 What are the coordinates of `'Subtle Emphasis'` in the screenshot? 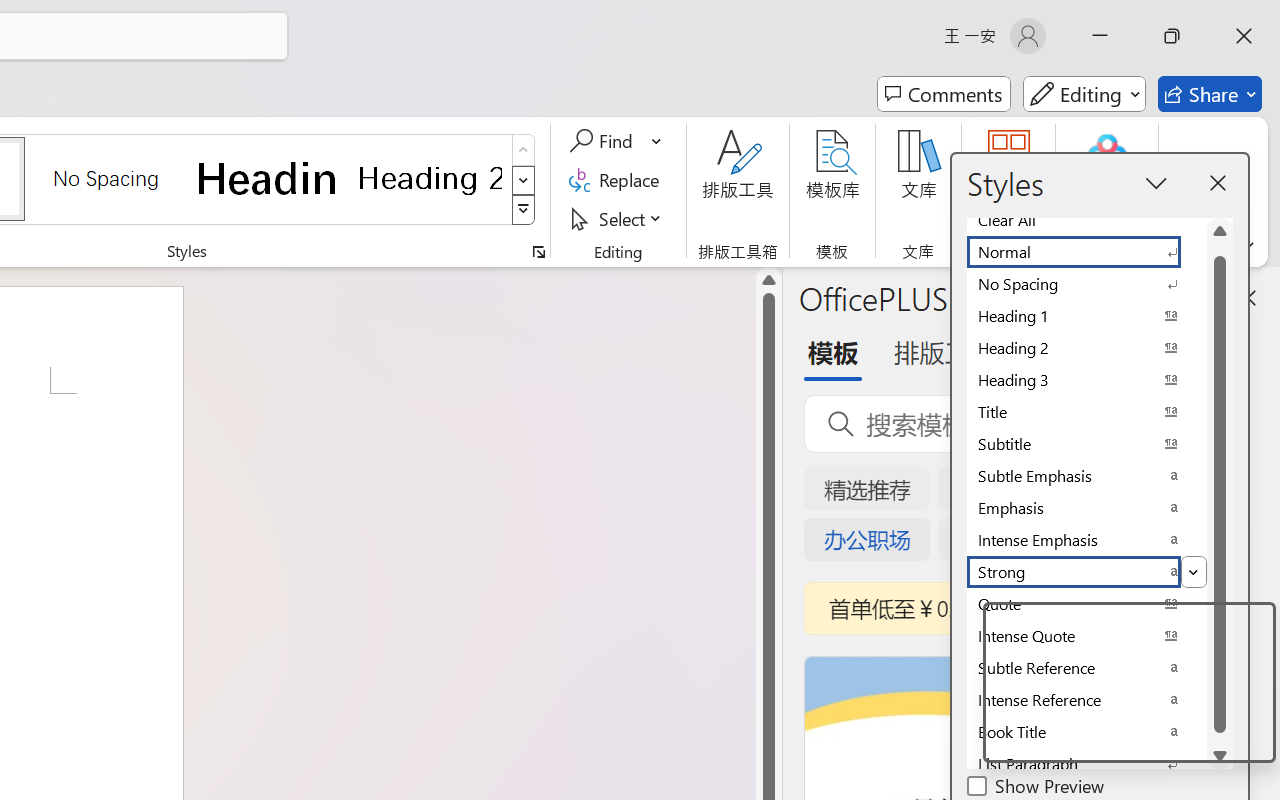 It's located at (1085, 476).